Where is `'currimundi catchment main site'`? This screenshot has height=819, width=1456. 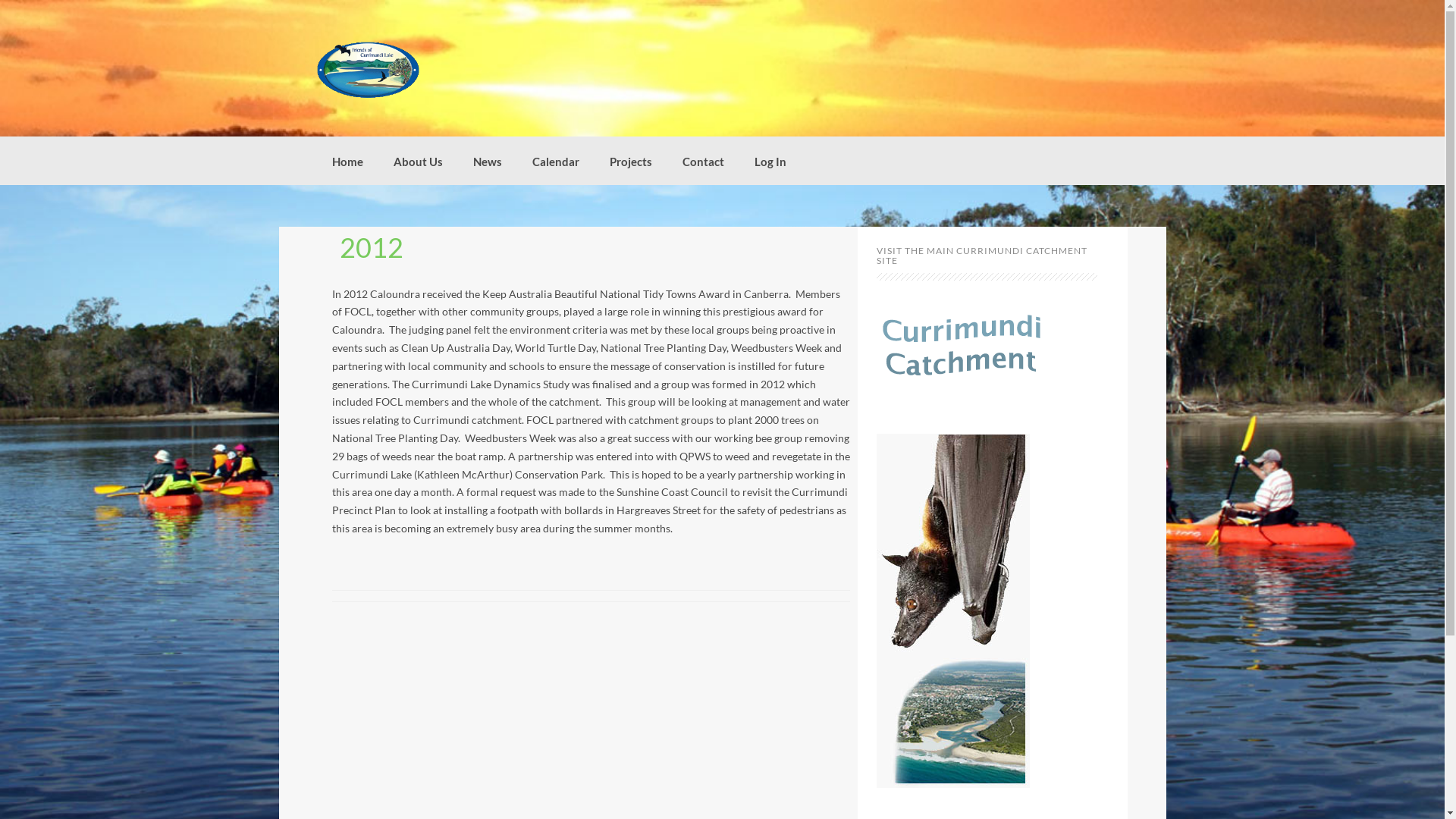
'currimundi catchment main site' is located at coordinates (877, 349).